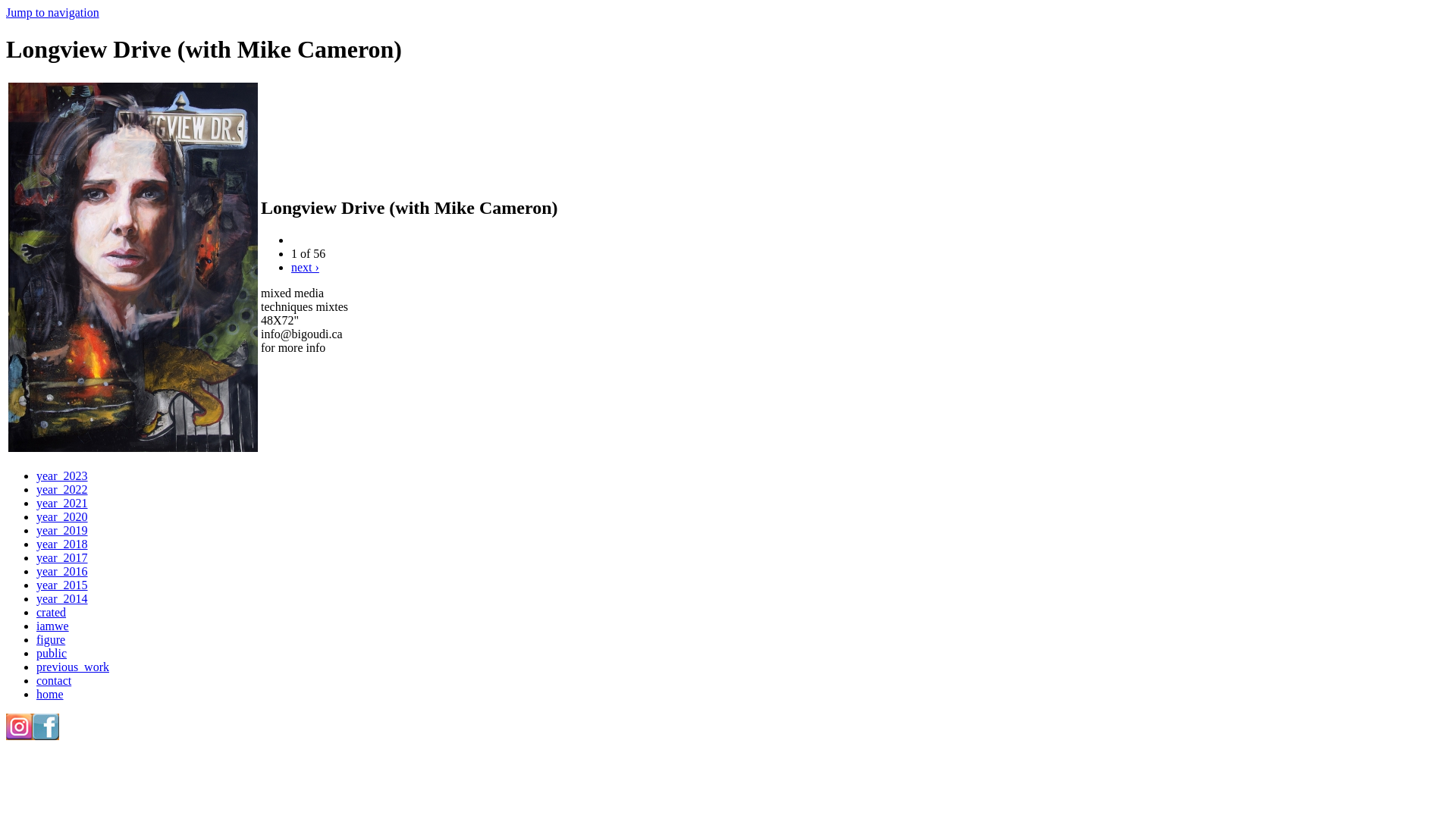  What do you see at coordinates (61, 571) in the screenshot?
I see `'year_2016'` at bounding box center [61, 571].